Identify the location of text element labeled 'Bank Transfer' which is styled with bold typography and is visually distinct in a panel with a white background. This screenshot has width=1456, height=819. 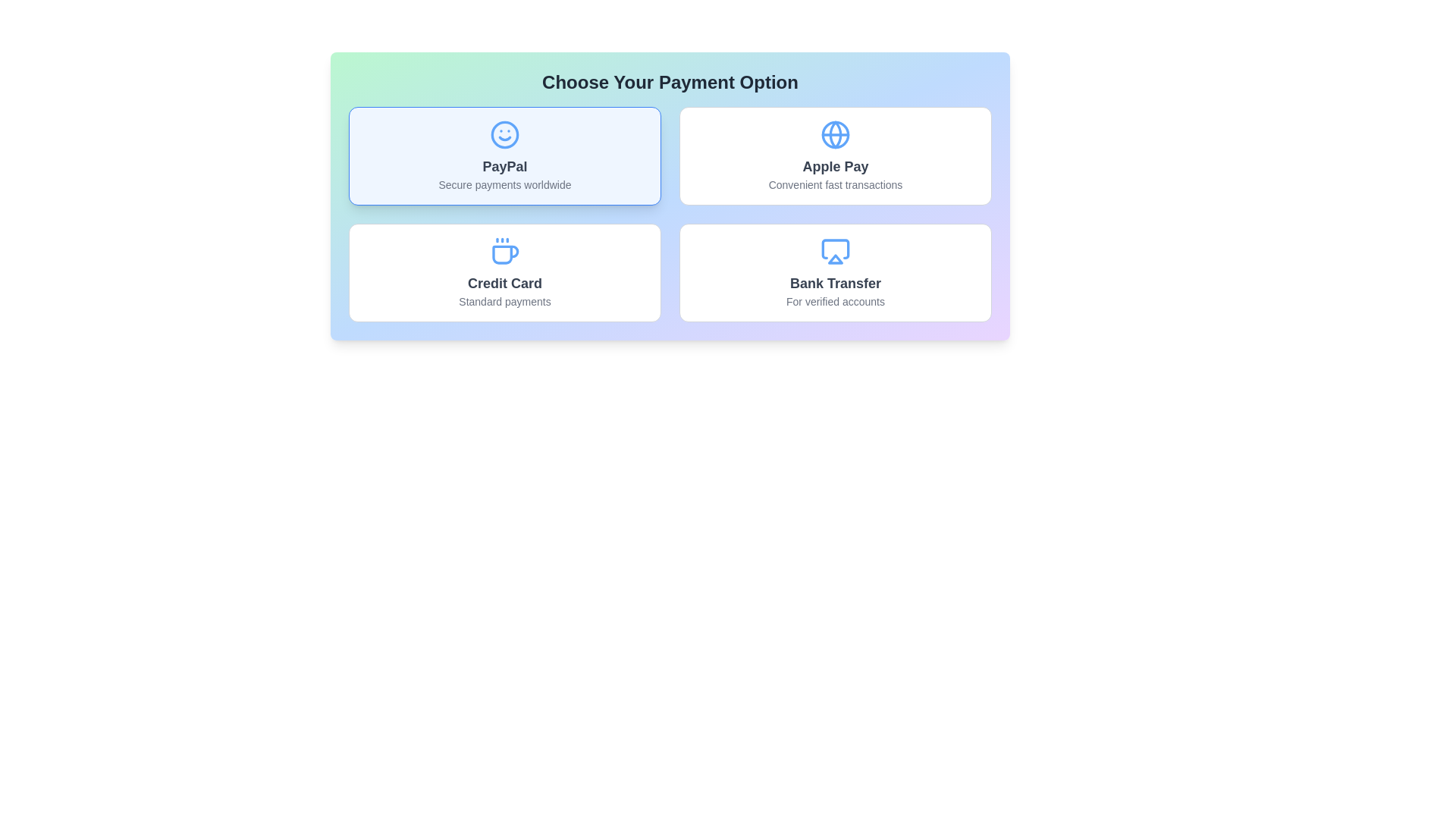
(835, 284).